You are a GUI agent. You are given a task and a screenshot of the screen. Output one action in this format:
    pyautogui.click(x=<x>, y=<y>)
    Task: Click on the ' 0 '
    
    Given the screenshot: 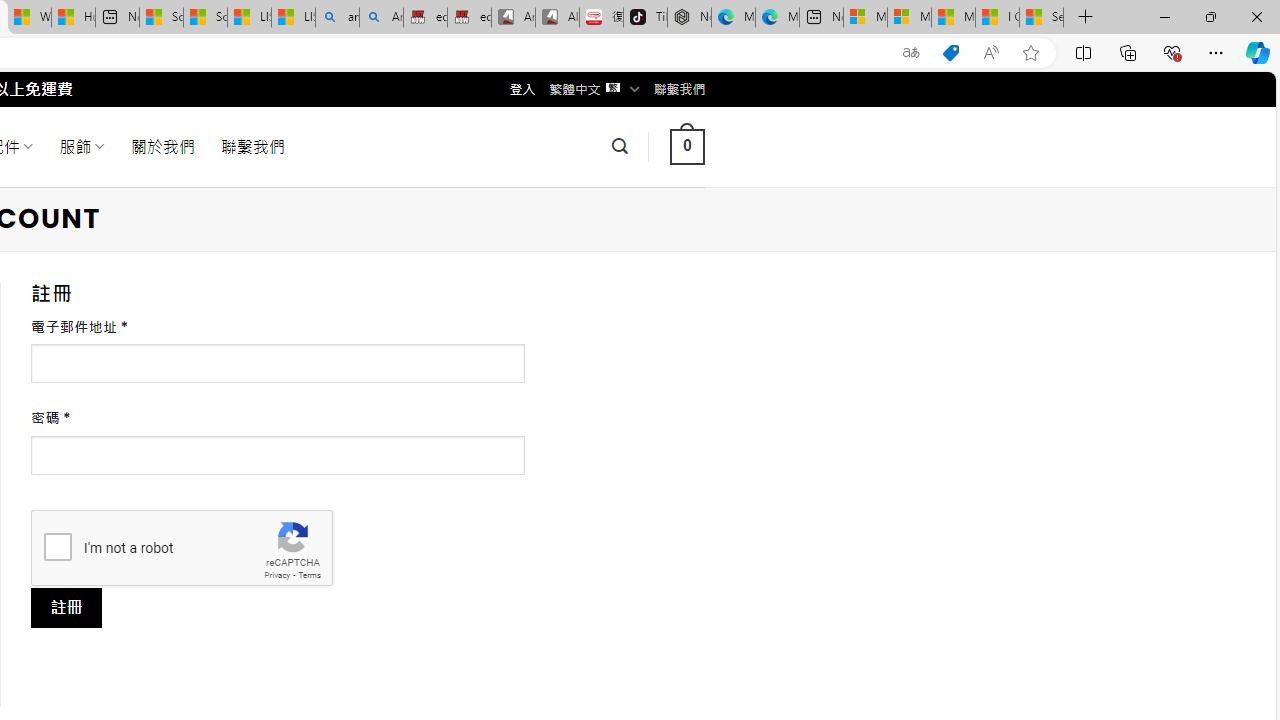 What is the action you would take?
    pyautogui.click(x=687, y=145)
    